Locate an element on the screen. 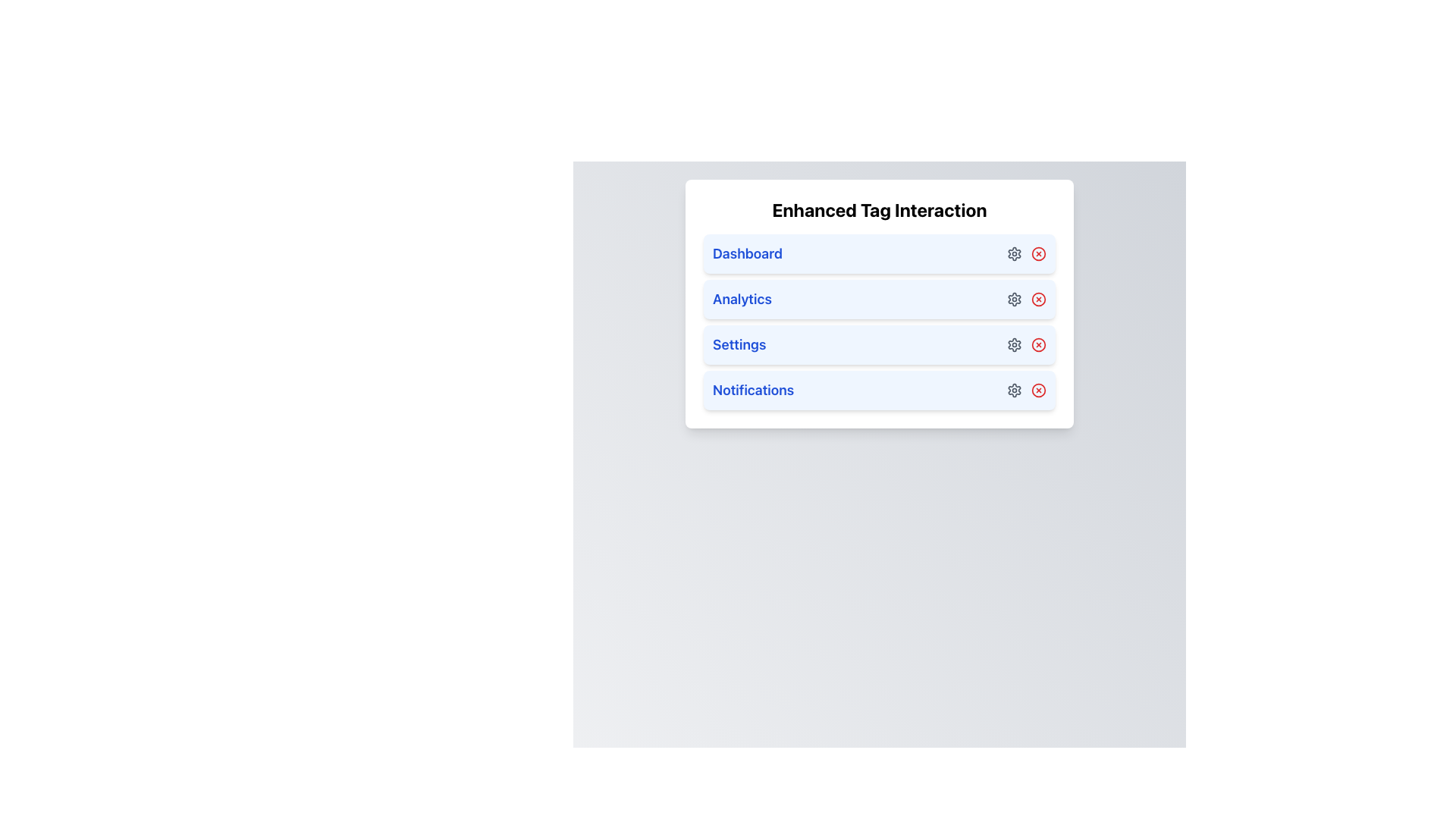 The width and height of the screenshot is (1456, 819). the gear icon located beside the 'Analytics' text is located at coordinates (1015, 299).